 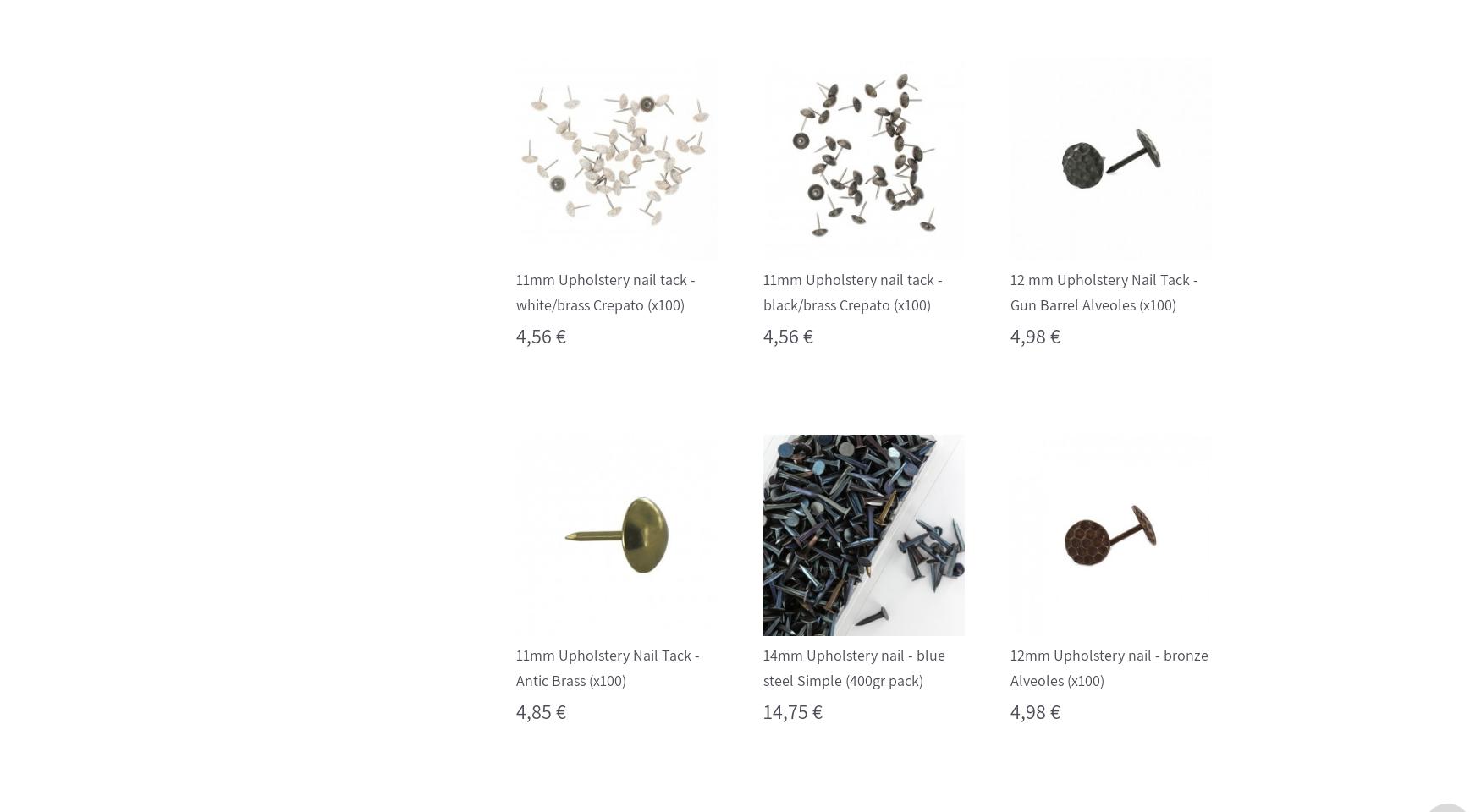 What do you see at coordinates (539, 710) in the screenshot?
I see `'4,85 €'` at bounding box center [539, 710].